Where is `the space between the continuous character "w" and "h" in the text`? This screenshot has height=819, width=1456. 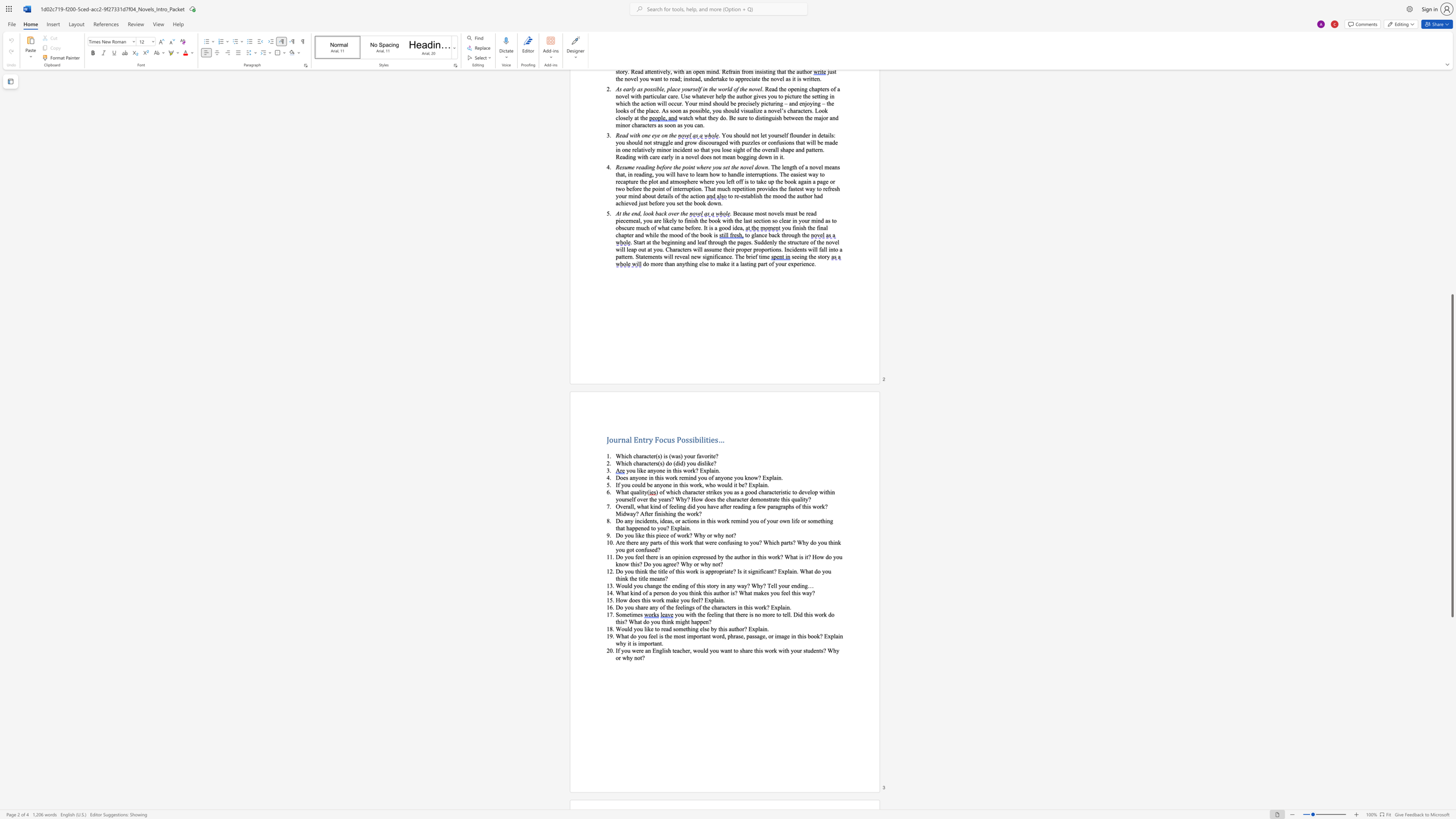 the space between the continuous character "w" and "h" in the text is located at coordinates (708, 484).